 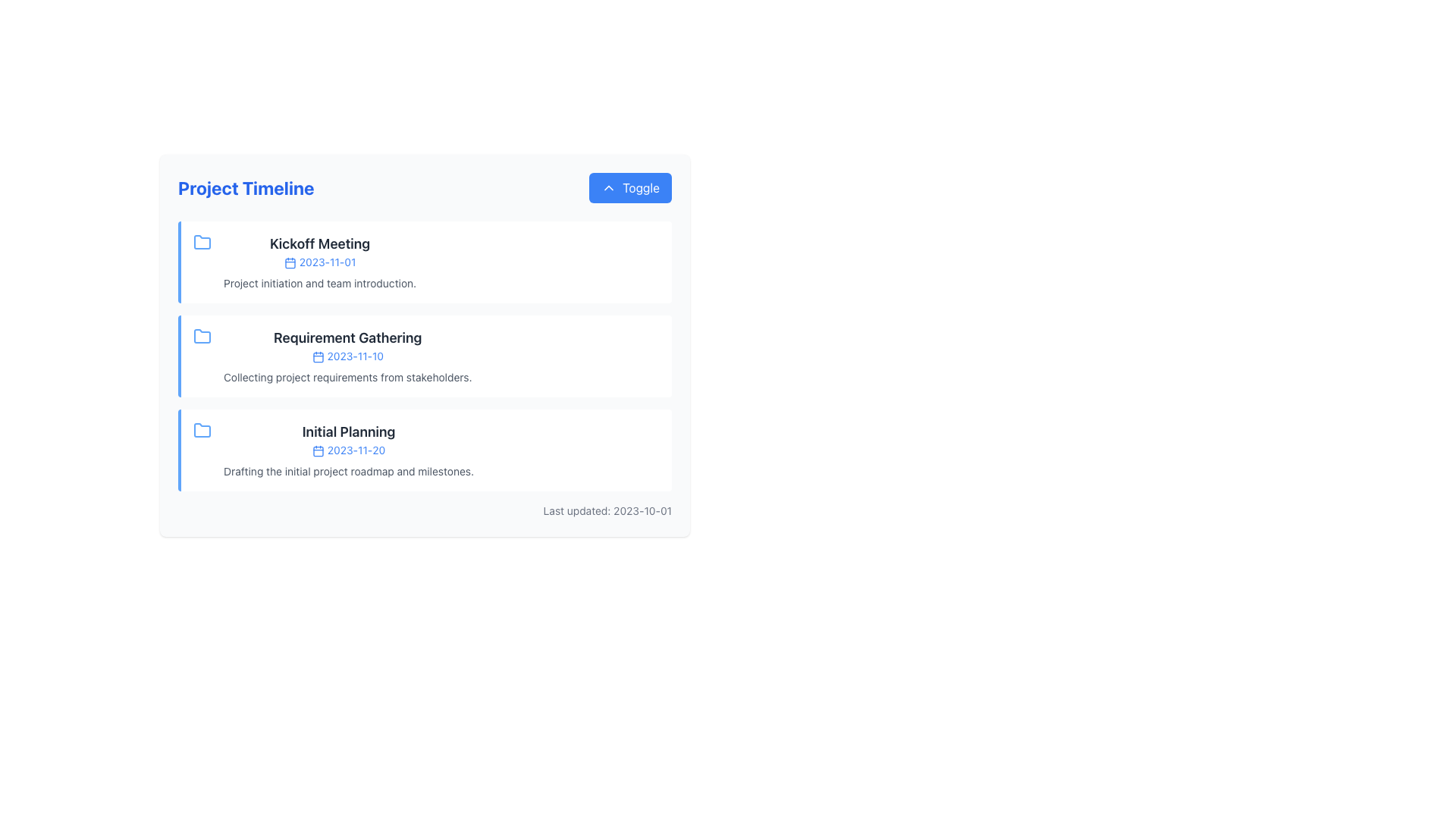 I want to click on the structural graphical component of the calendar icon in the 'Initial Planning' section of the project timeline, so click(x=317, y=450).